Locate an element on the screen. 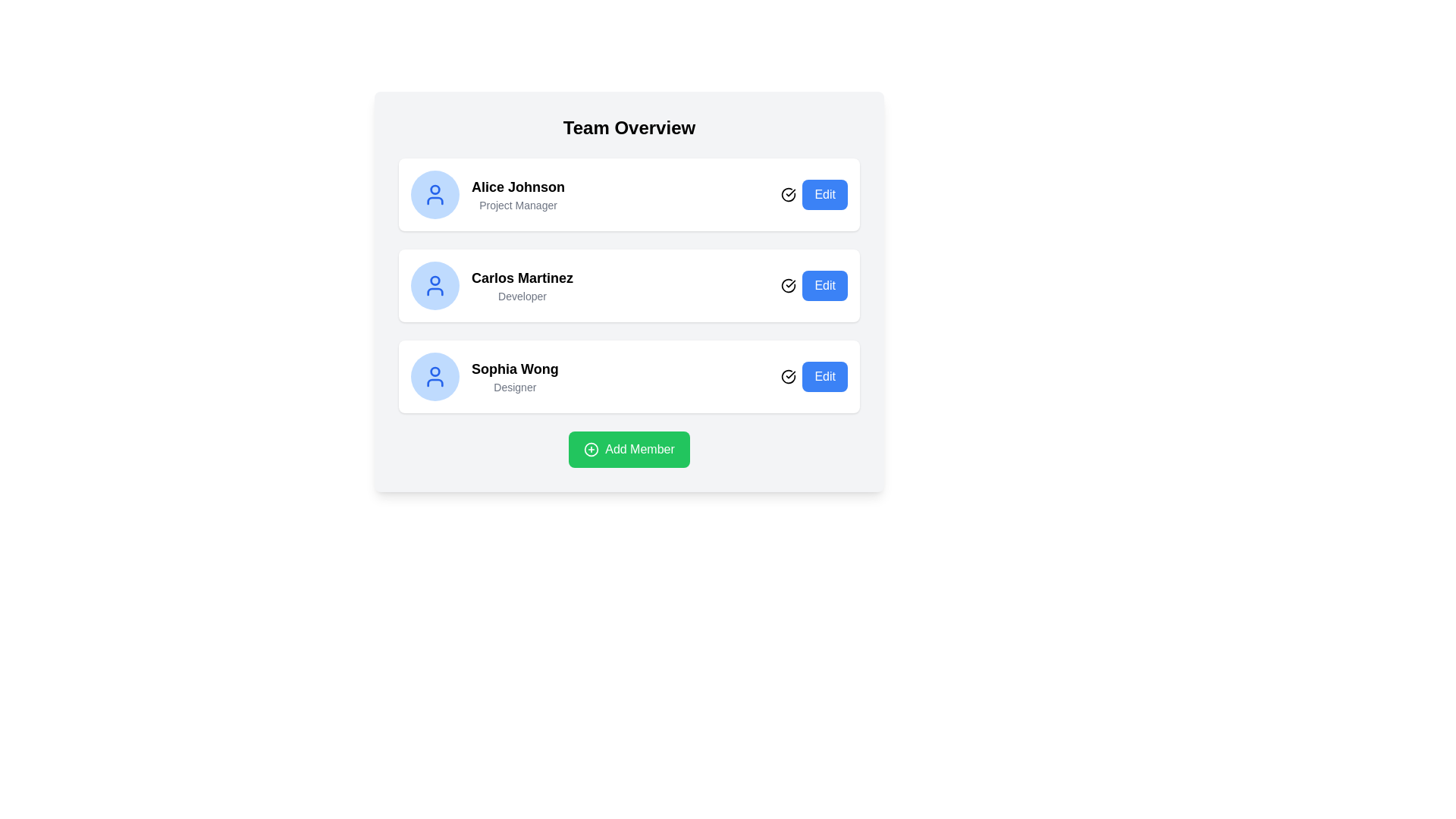 The width and height of the screenshot is (1456, 819). the Avatar Image, which is a circular component with a light blue background and a user silhouette icon in darker blue, located adjacent to the text 'Sophia Wong' and 'Designer' is located at coordinates (435, 376).